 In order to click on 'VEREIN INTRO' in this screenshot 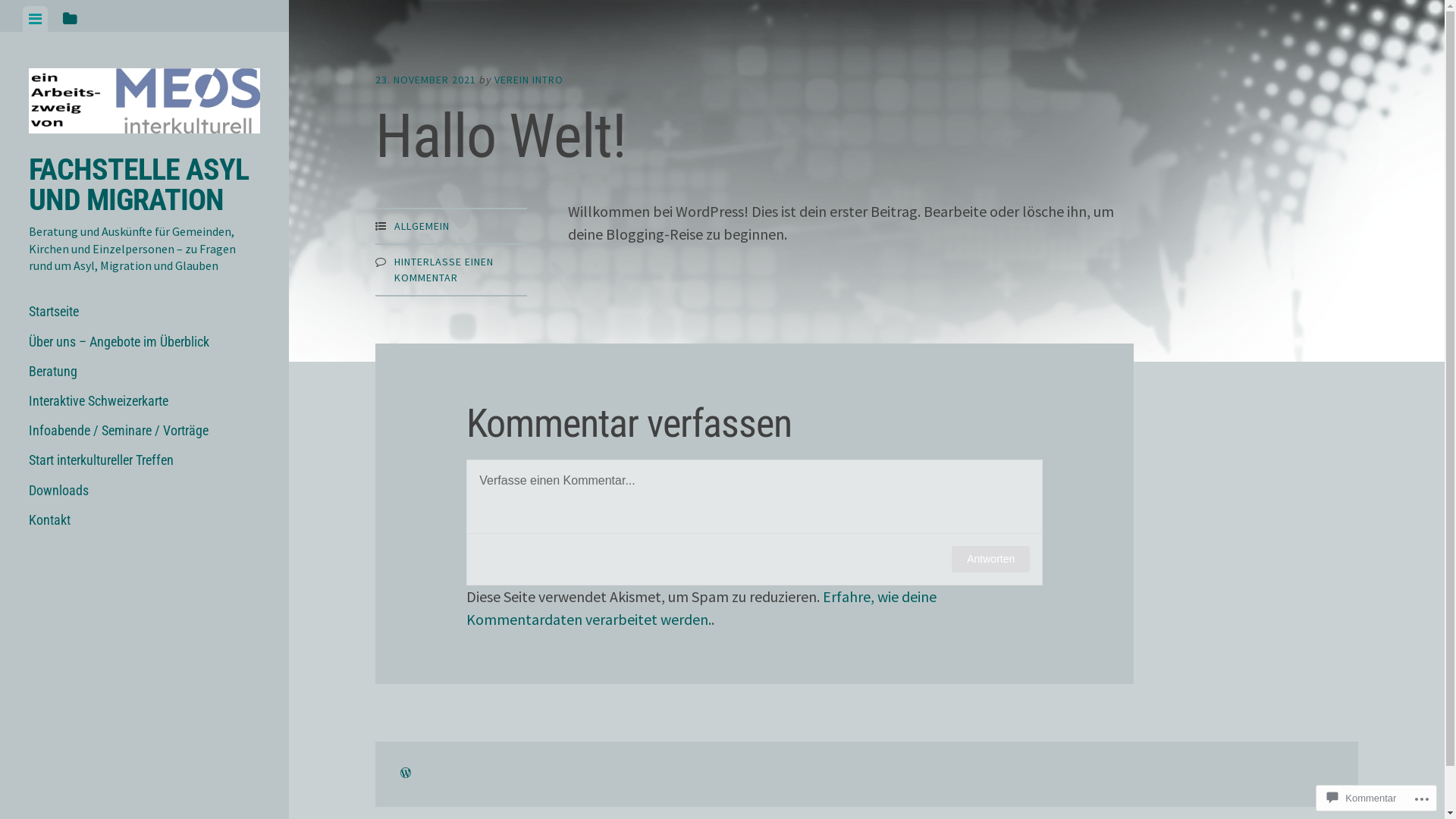, I will do `click(529, 79)`.